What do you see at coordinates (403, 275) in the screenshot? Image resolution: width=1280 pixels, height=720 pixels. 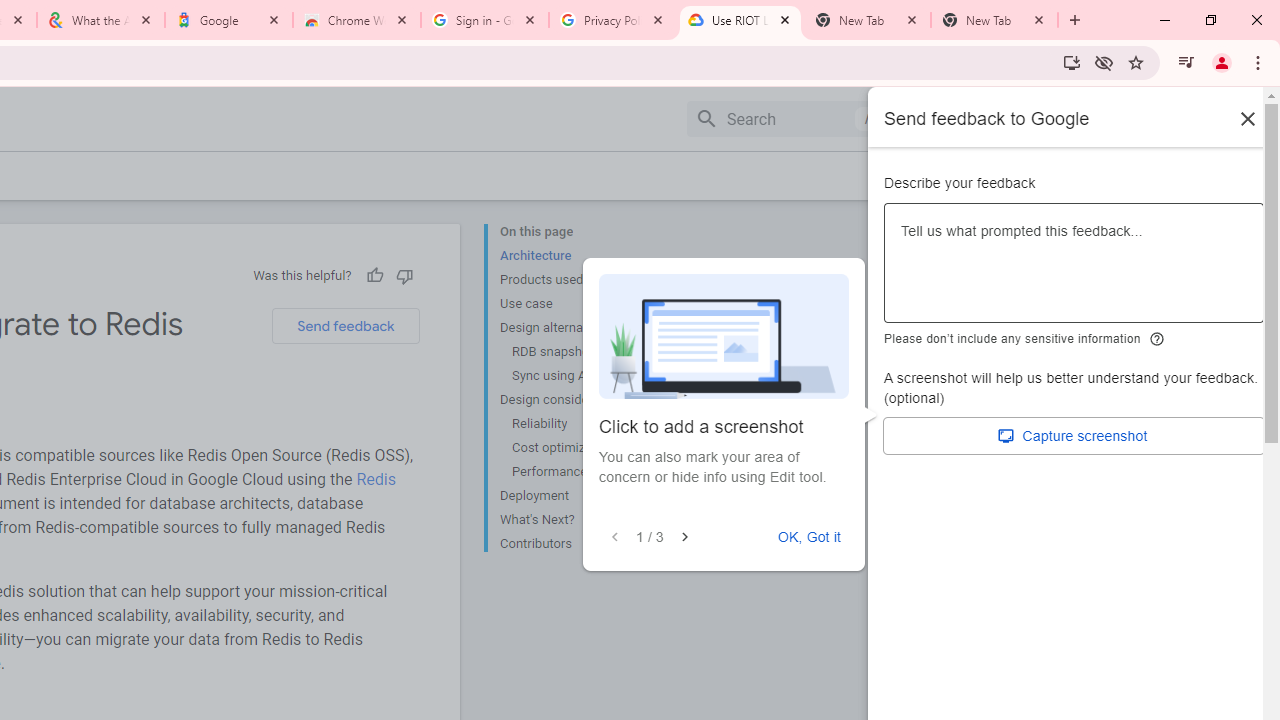 I see `'Not helpful'` at bounding box center [403, 275].